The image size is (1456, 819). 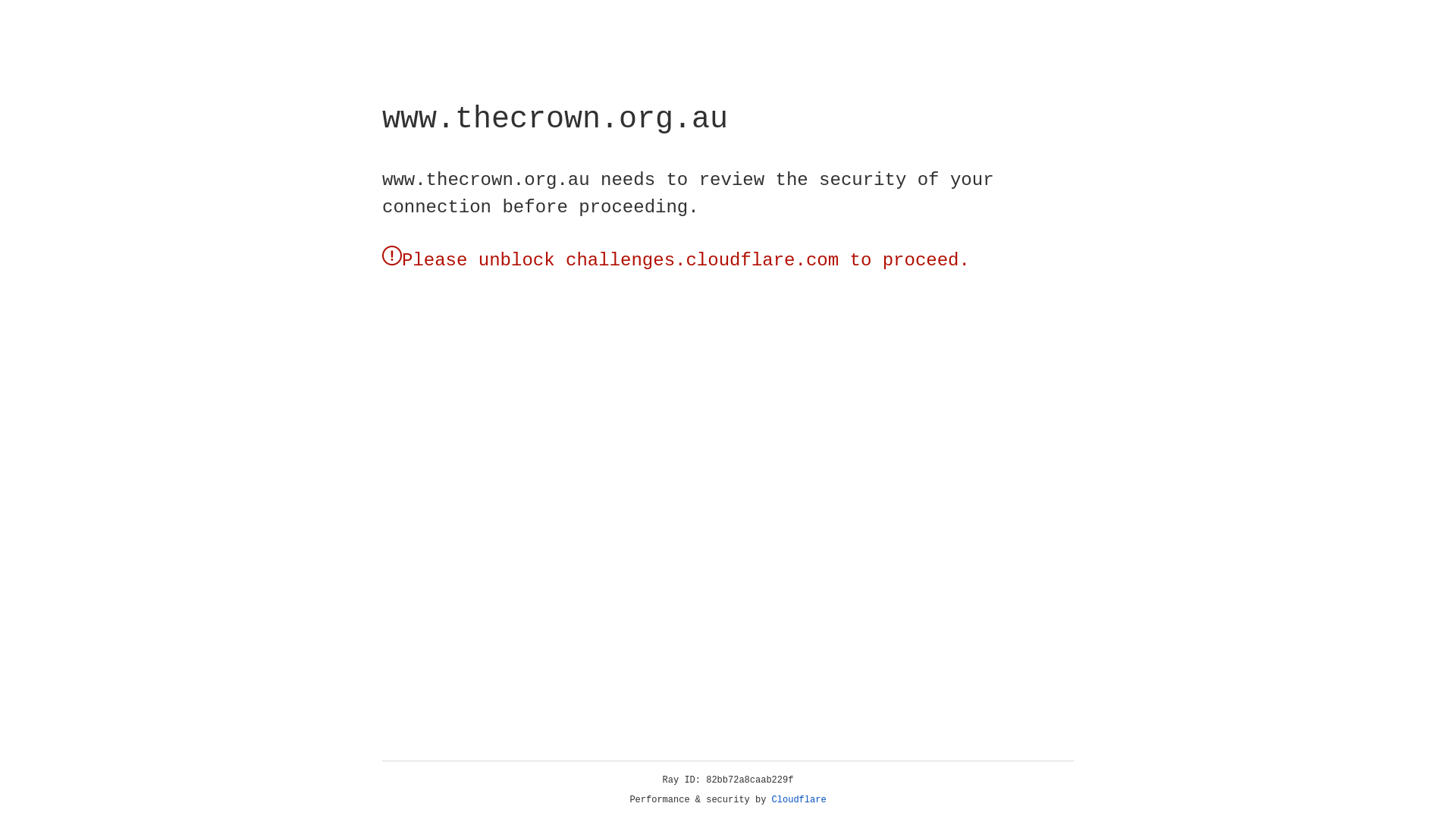 What do you see at coordinates (799, 799) in the screenshot?
I see `'Cloudflare'` at bounding box center [799, 799].